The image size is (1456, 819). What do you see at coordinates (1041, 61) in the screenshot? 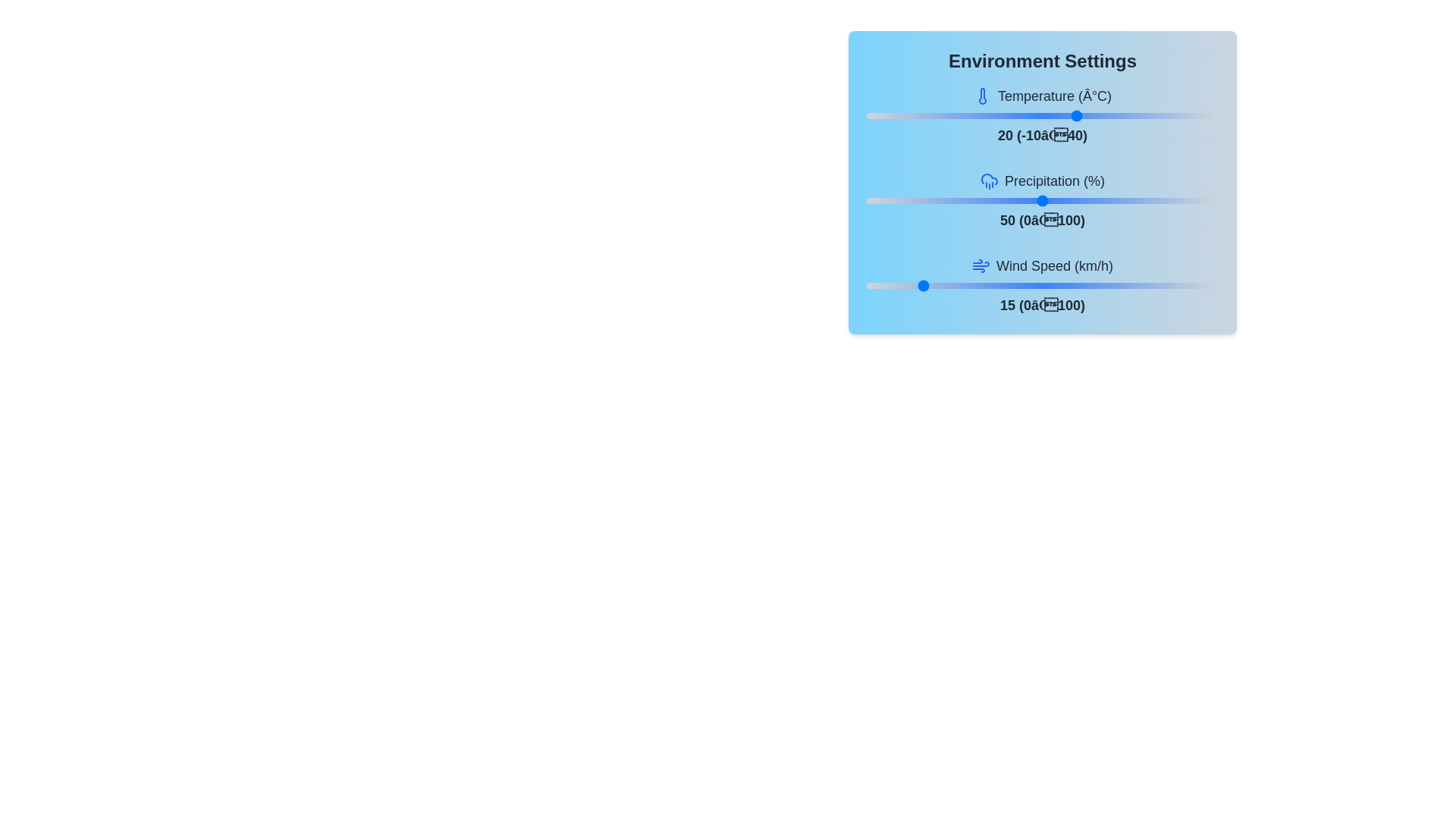
I see `the bold text label that reads 'Environment Settings', which is centrally aligned at the top of the card containing environment-related settings` at bounding box center [1041, 61].